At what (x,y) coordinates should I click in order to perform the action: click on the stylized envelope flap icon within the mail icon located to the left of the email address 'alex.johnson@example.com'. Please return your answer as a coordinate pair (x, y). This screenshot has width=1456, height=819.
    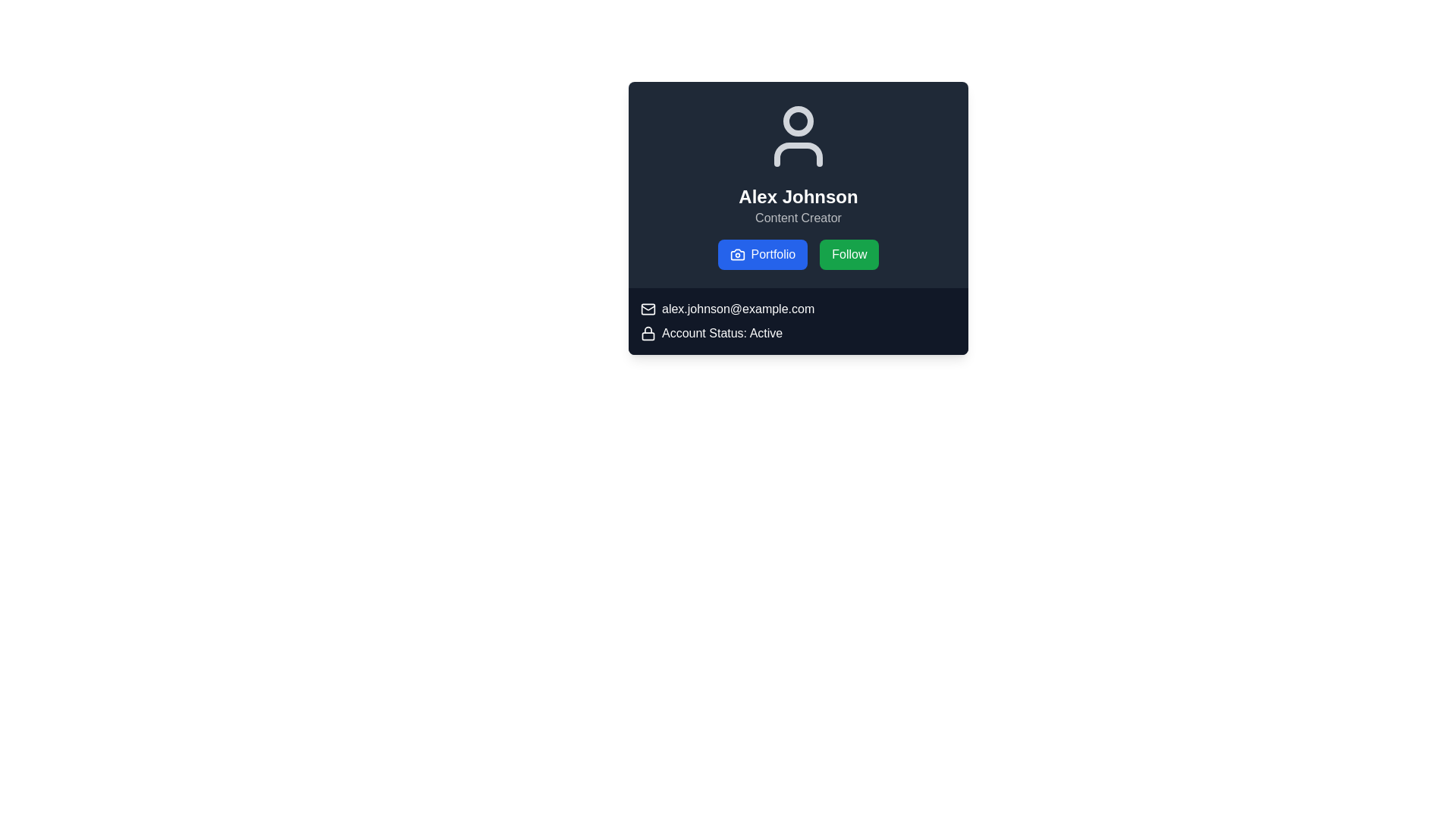
    Looking at the image, I should click on (648, 307).